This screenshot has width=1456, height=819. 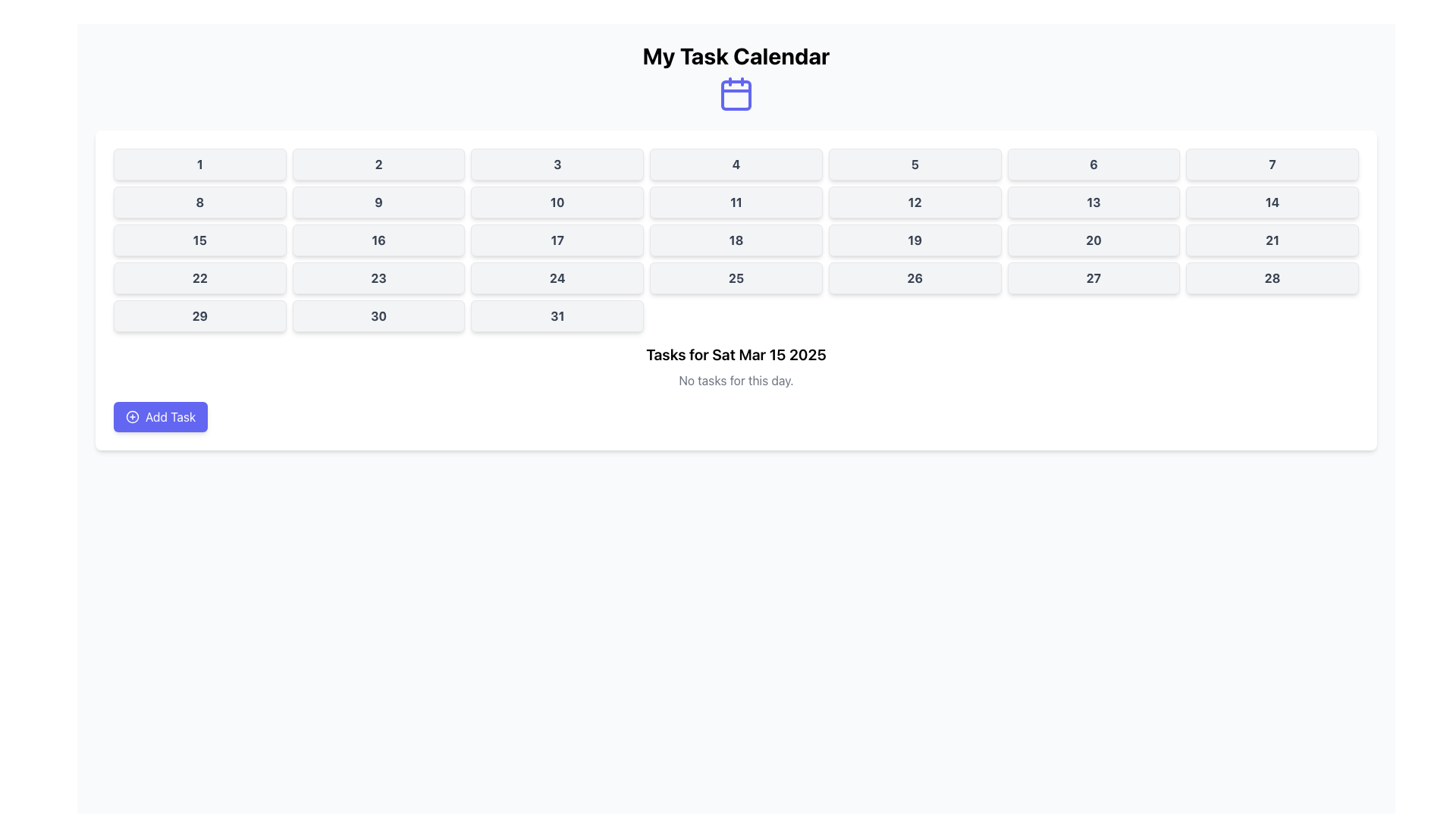 What do you see at coordinates (557, 315) in the screenshot?
I see `the button representing the 31st date in the calendar interface` at bounding box center [557, 315].